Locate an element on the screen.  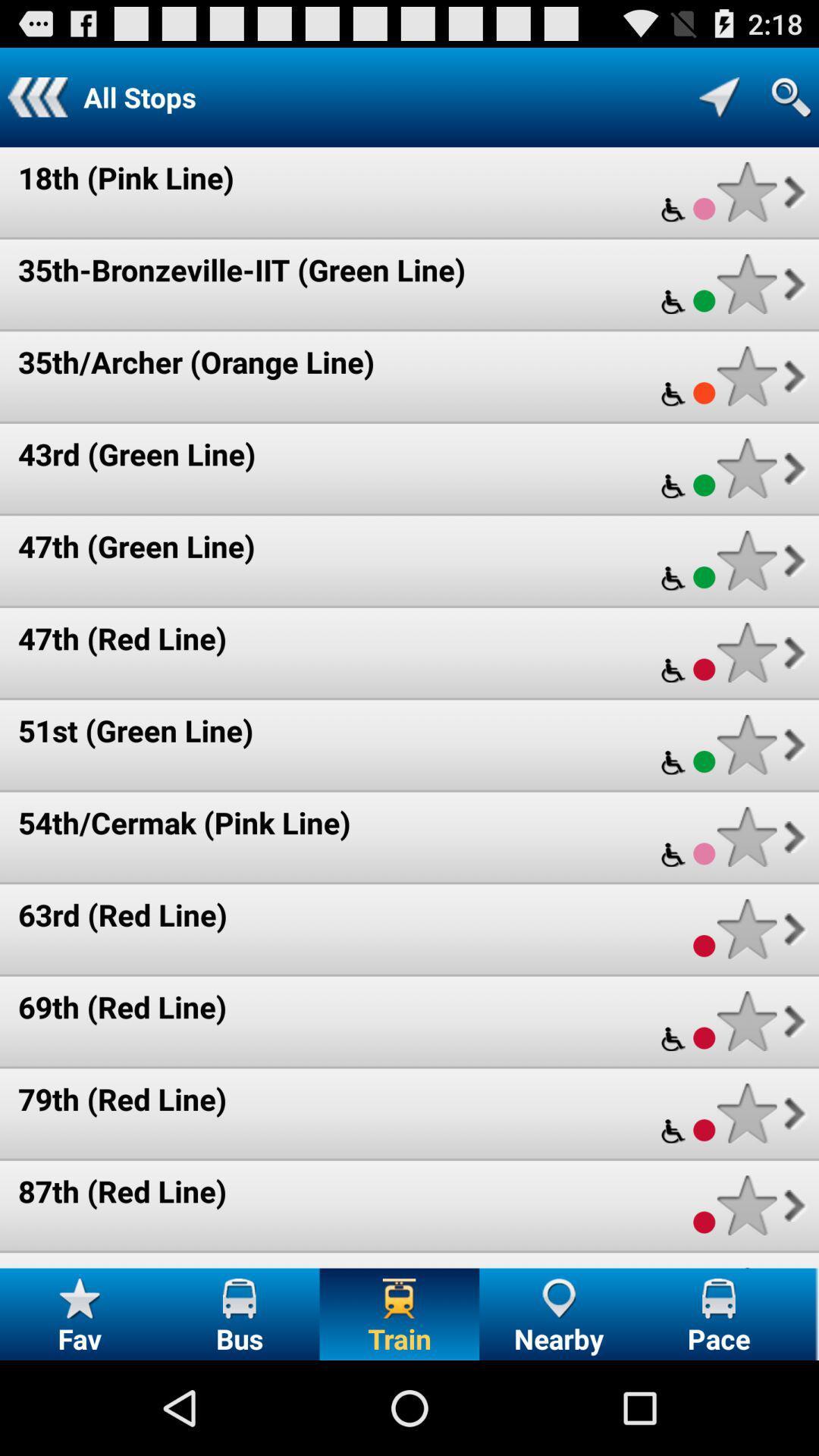
highlight/star this stop is located at coordinates (746, 284).